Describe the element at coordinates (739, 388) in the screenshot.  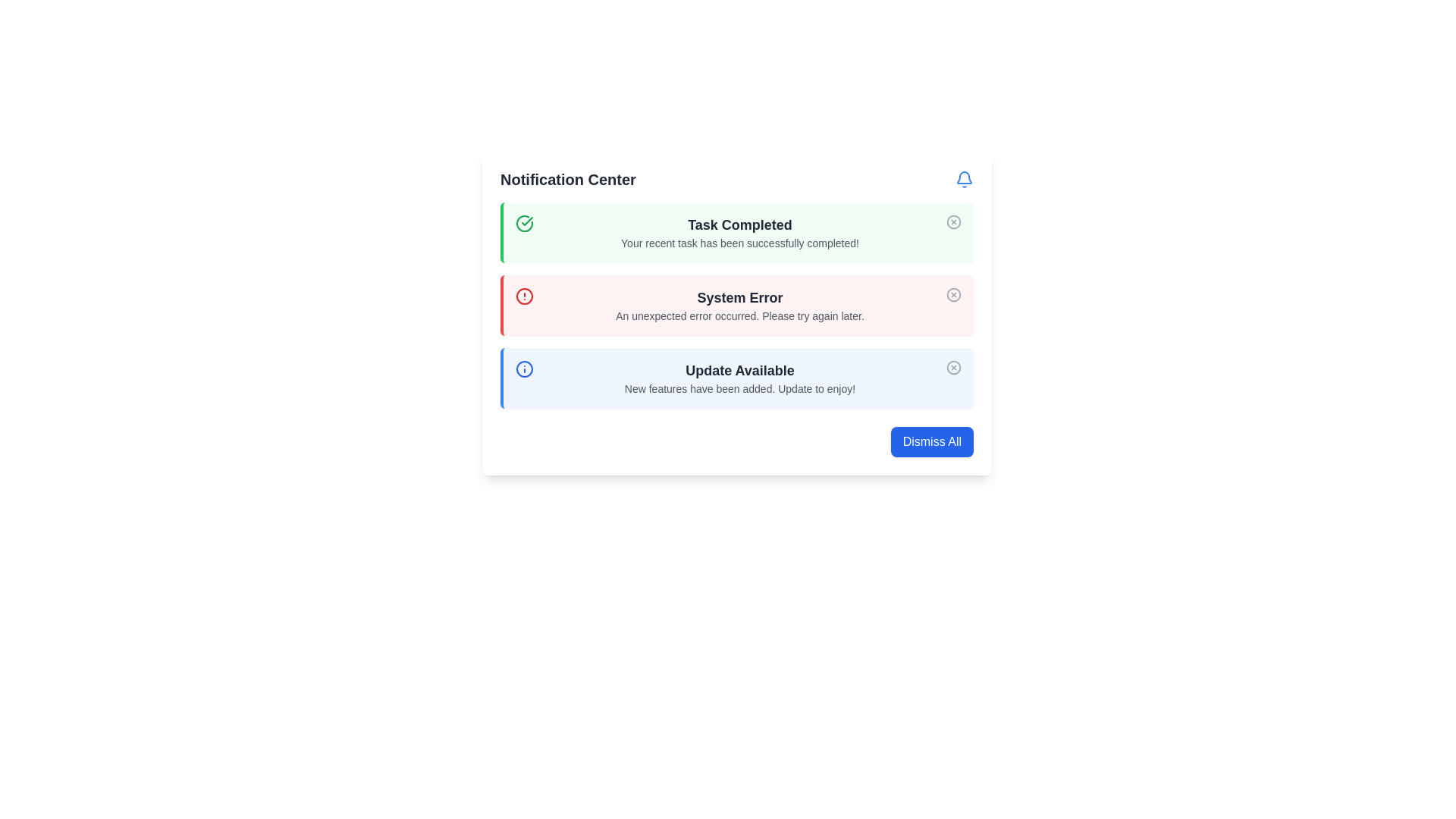
I see `the text label reading 'New features have been added. Update to enjoy!' located below the header 'Update Available' in the blue-bordered notification box` at that location.